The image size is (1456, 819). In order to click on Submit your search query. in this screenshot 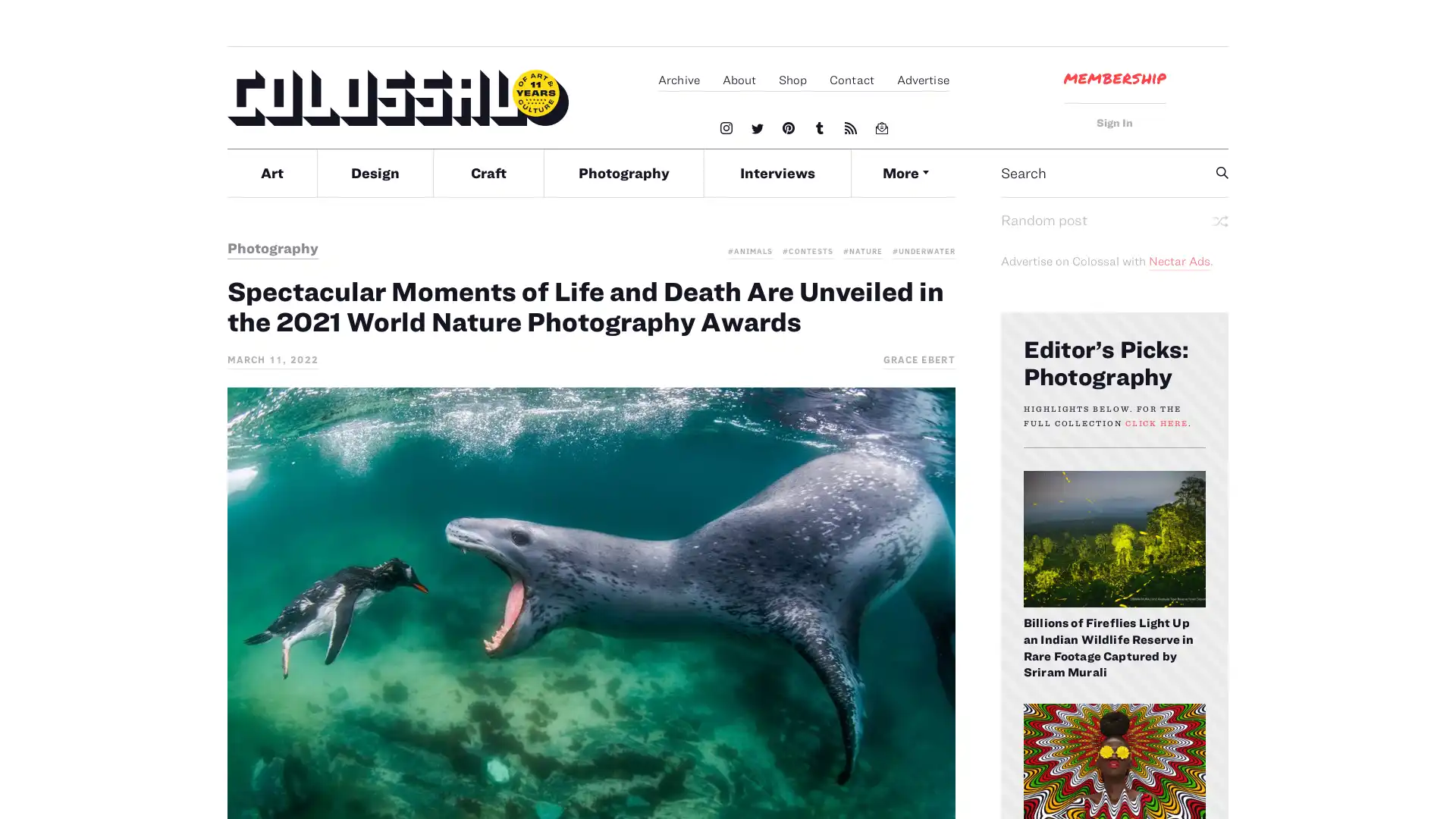, I will do `click(1222, 171)`.